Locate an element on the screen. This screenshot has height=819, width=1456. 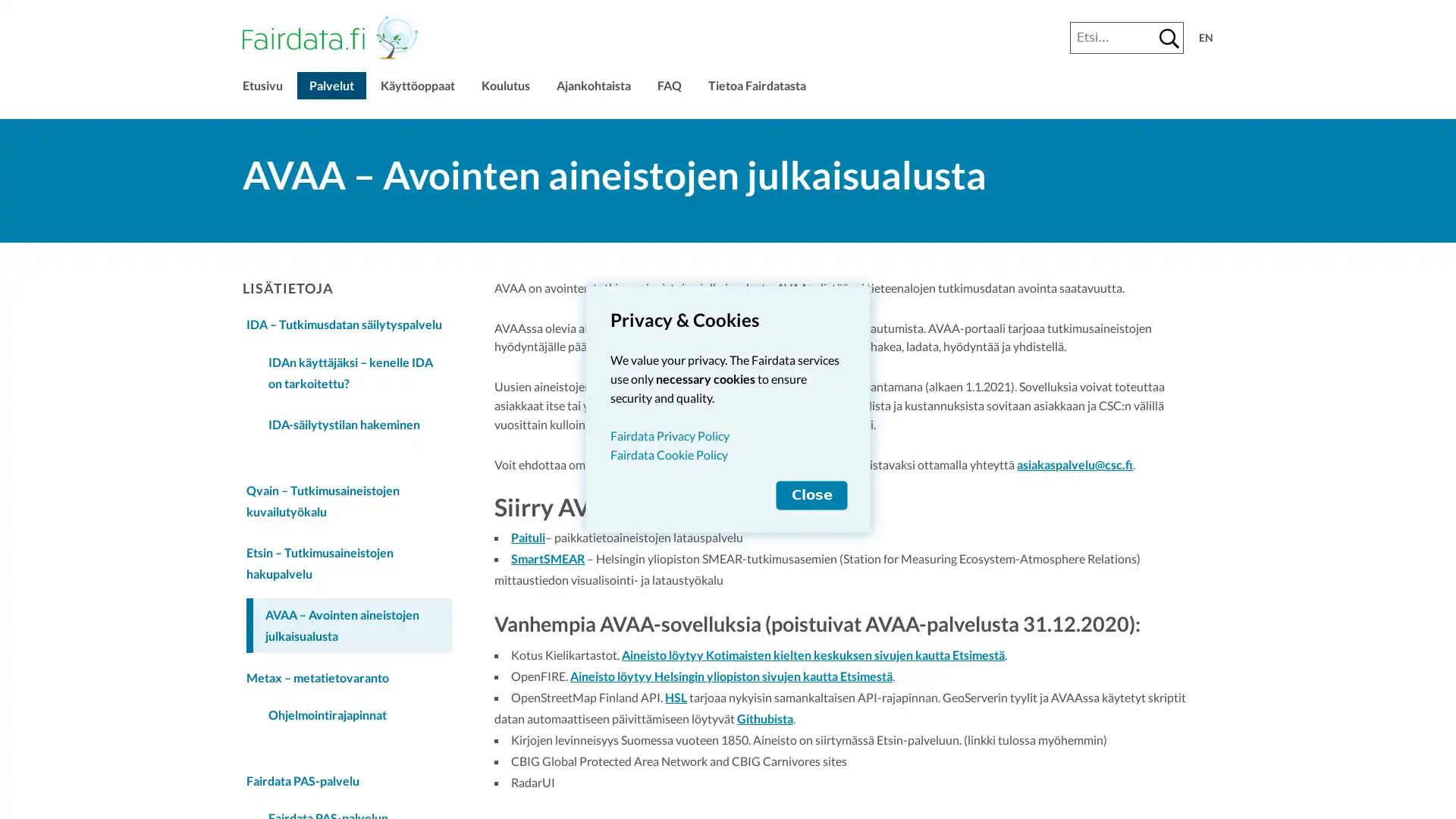
Hae is located at coordinates (1168, 37).